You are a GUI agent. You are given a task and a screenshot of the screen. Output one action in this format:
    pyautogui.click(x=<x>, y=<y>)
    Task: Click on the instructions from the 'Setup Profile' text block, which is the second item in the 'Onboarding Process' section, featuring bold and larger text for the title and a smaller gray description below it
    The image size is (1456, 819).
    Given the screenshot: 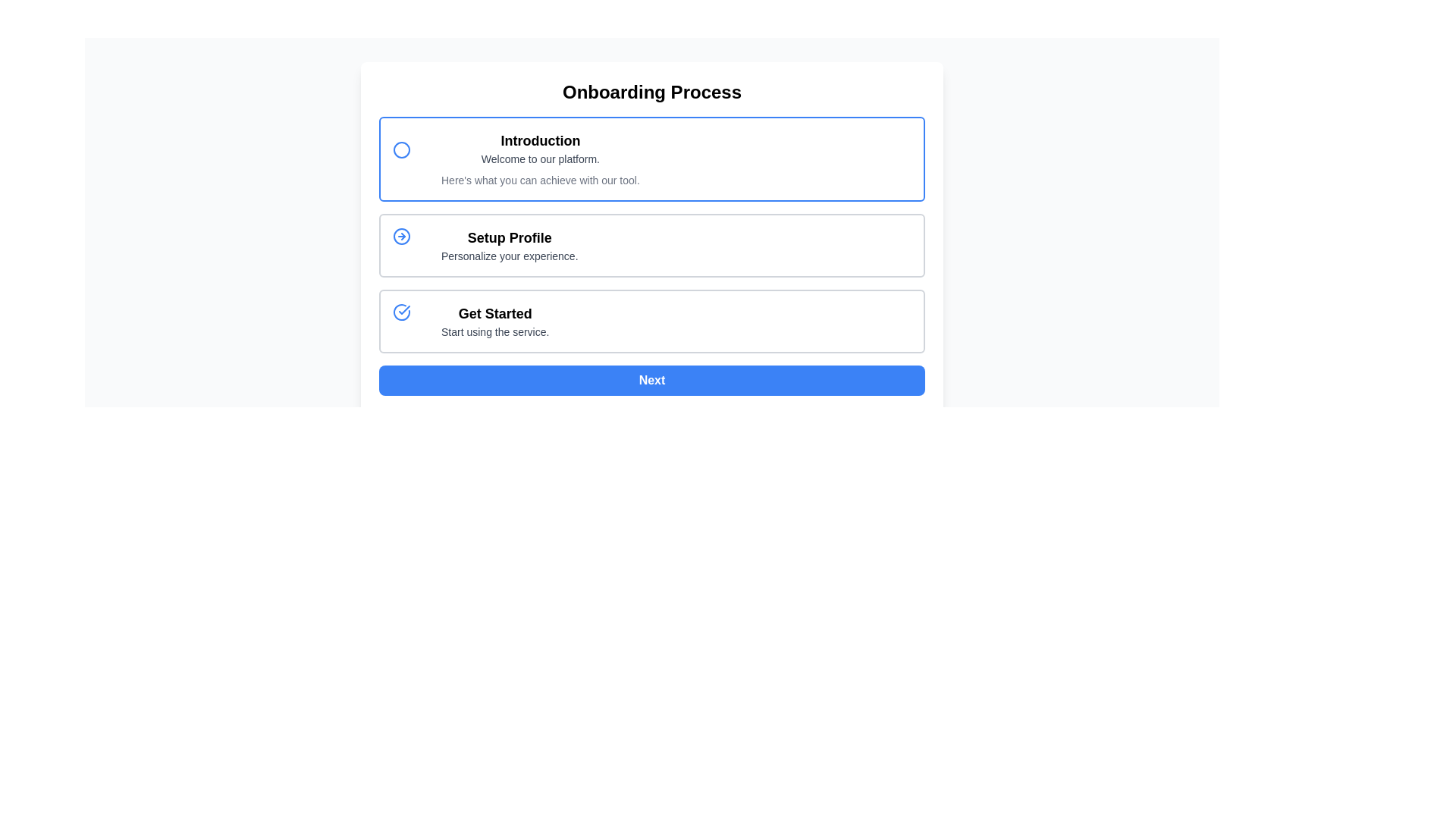 What is the action you would take?
    pyautogui.click(x=510, y=245)
    